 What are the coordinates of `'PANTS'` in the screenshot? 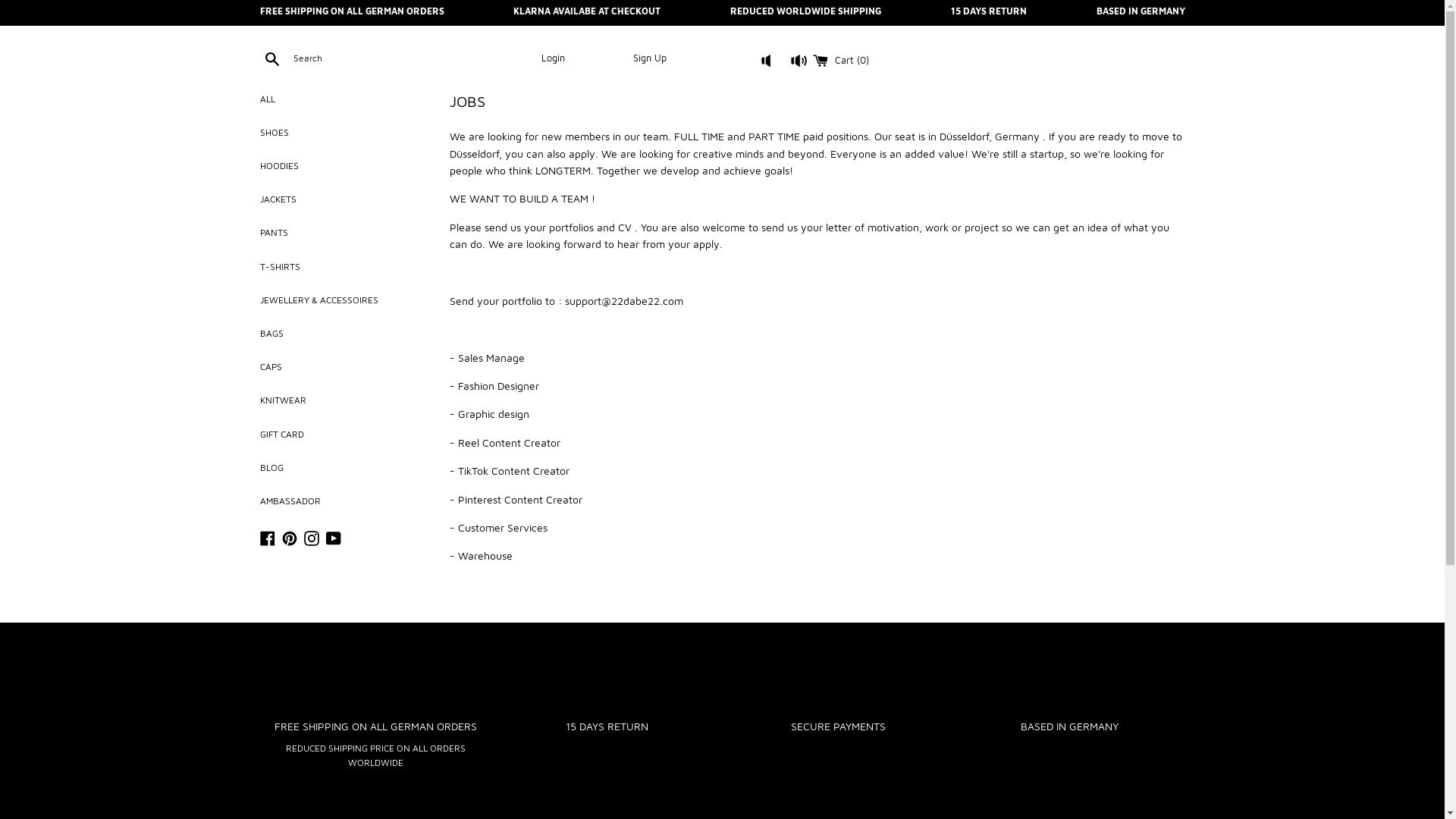 It's located at (341, 232).